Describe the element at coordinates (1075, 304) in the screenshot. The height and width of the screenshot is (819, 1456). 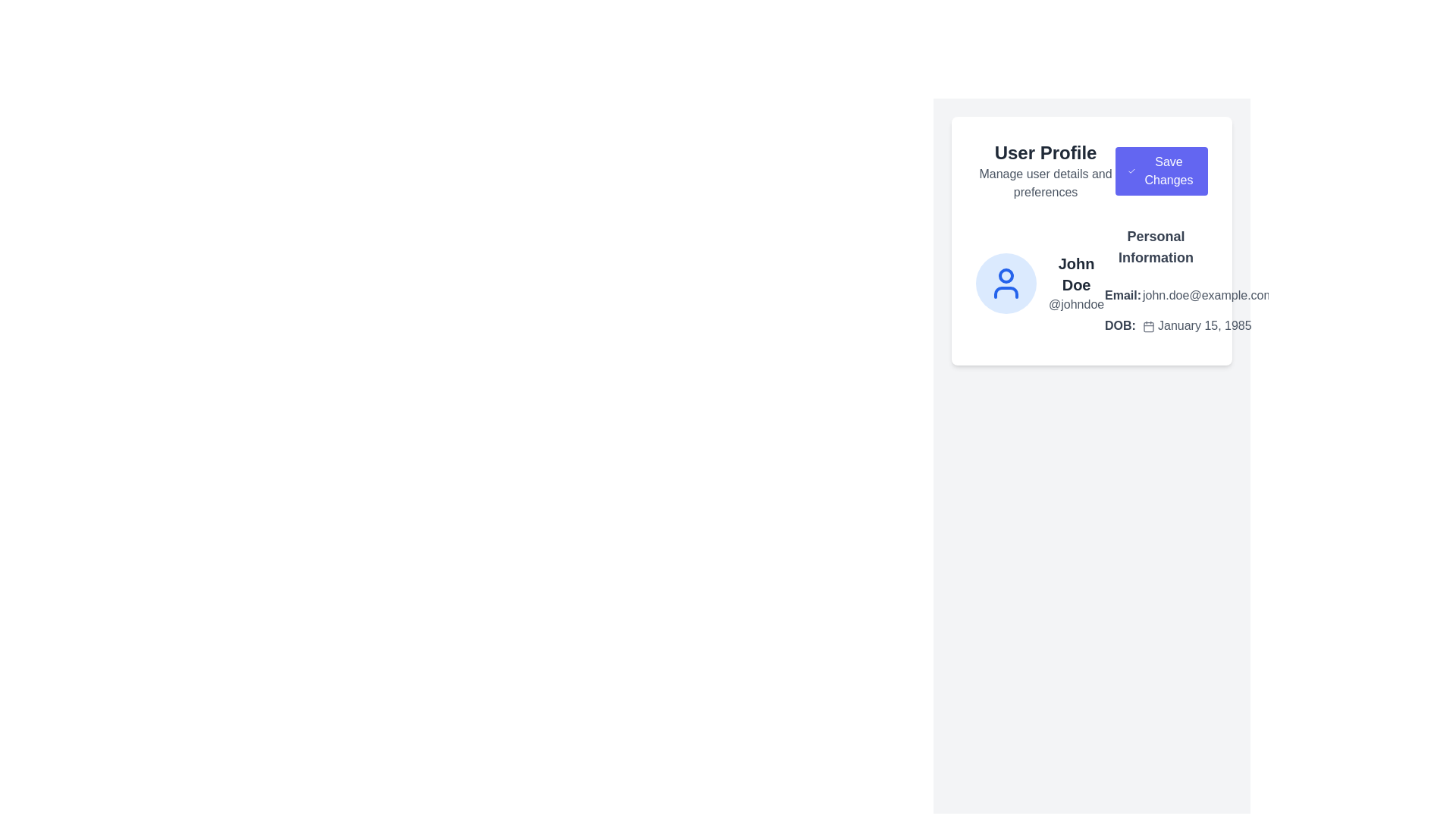
I see `the text label displaying '@johndoe' which is located below the name label 'John Doe' in the top-left section of the card` at that location.